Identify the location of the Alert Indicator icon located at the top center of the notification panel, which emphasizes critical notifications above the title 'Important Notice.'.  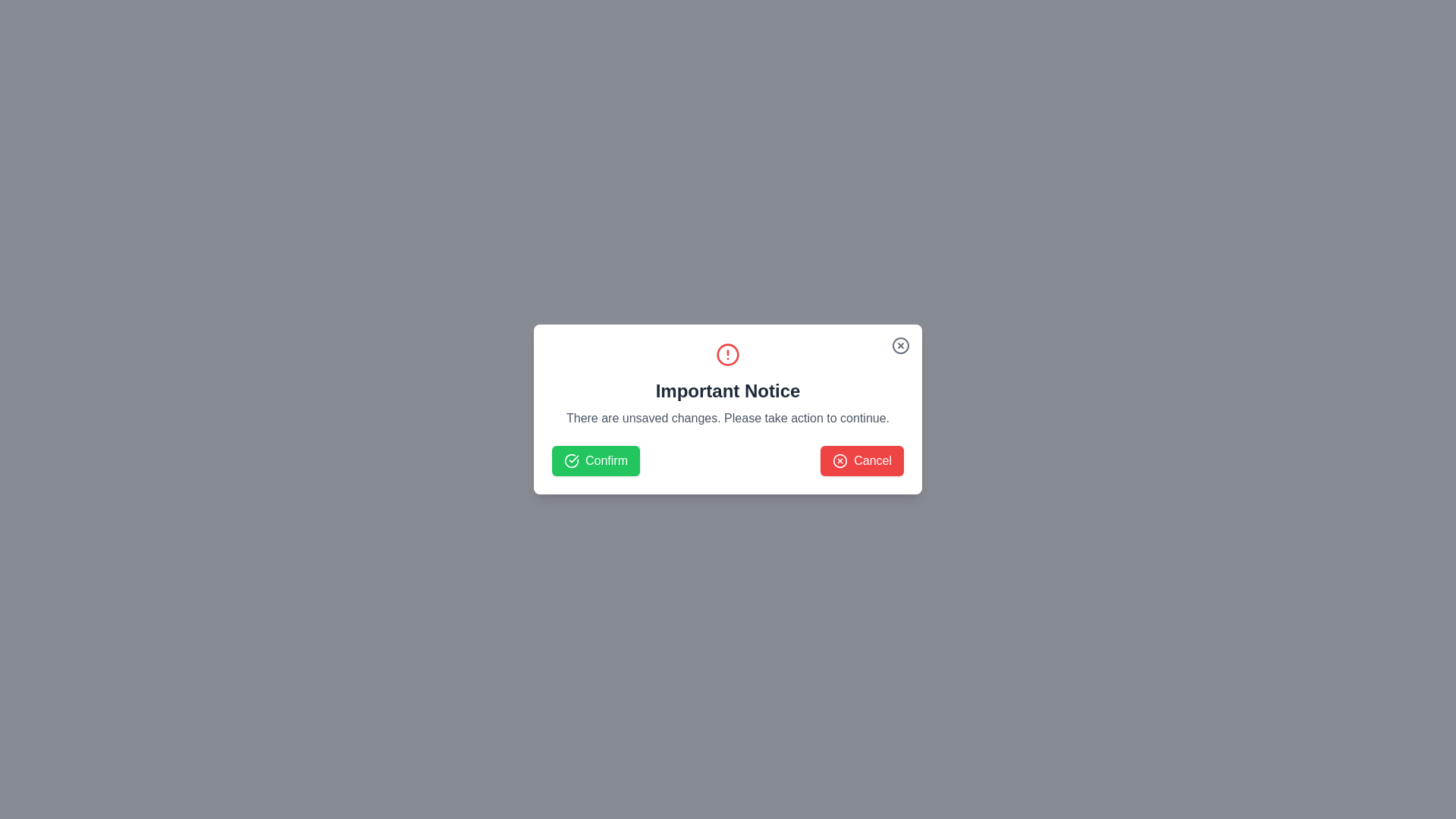
(728, 354).